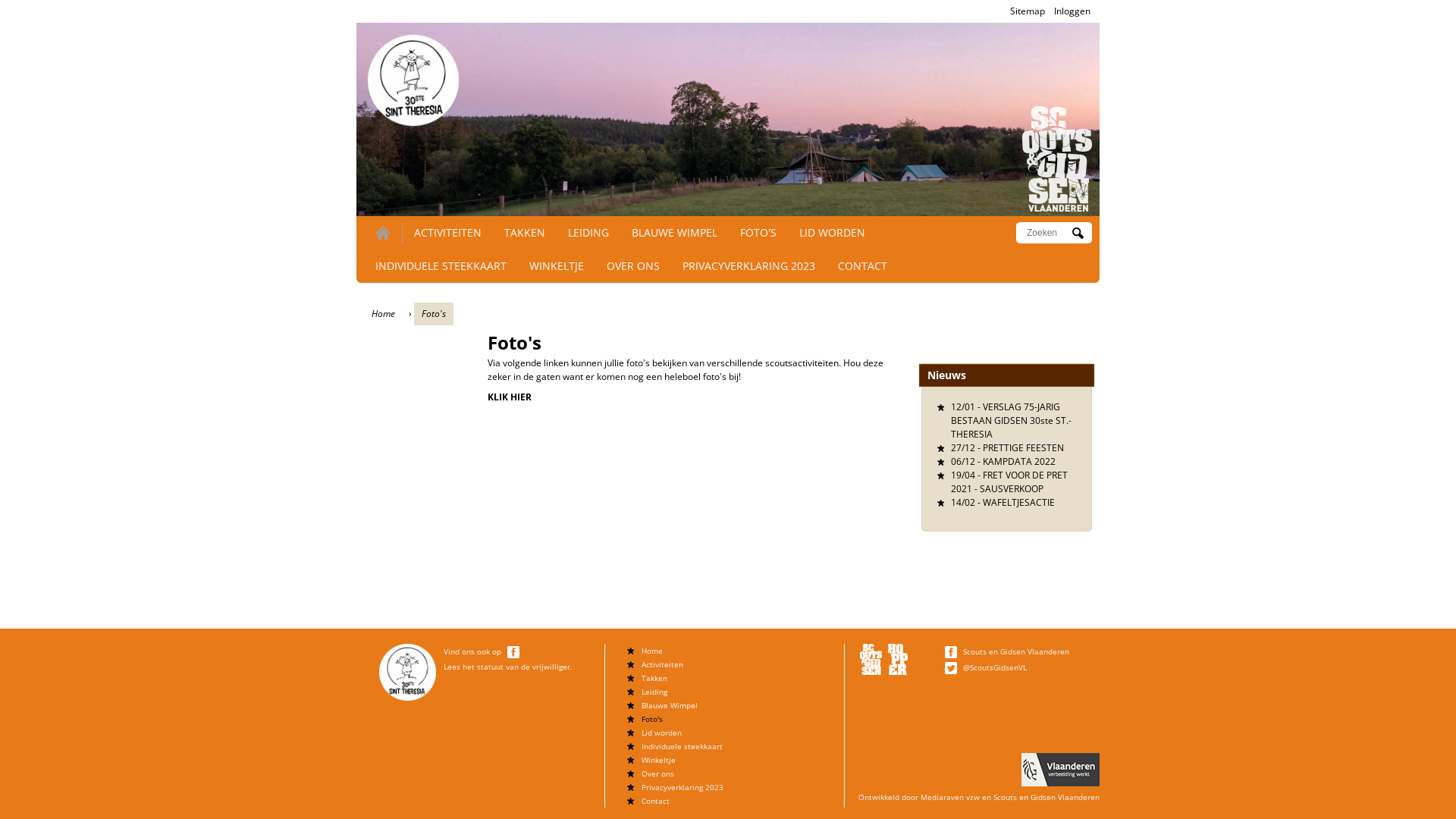  What do you see at coordinates (510, 396) in the screenshot?
I see `'KLIK HIER'` at bounding box center [510, 396].